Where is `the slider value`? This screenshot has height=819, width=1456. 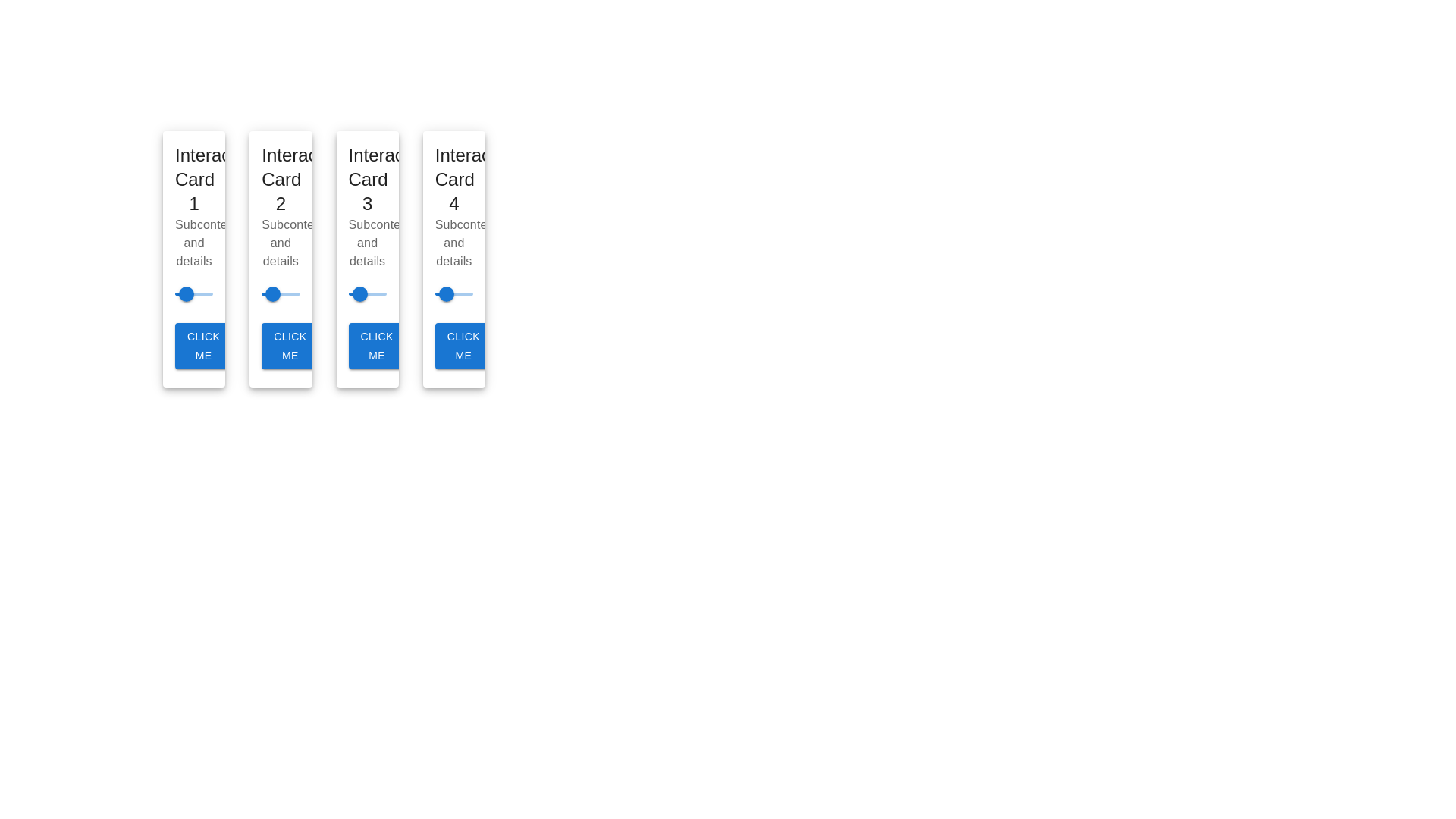 the slider value is located at coordinates (346, 294).